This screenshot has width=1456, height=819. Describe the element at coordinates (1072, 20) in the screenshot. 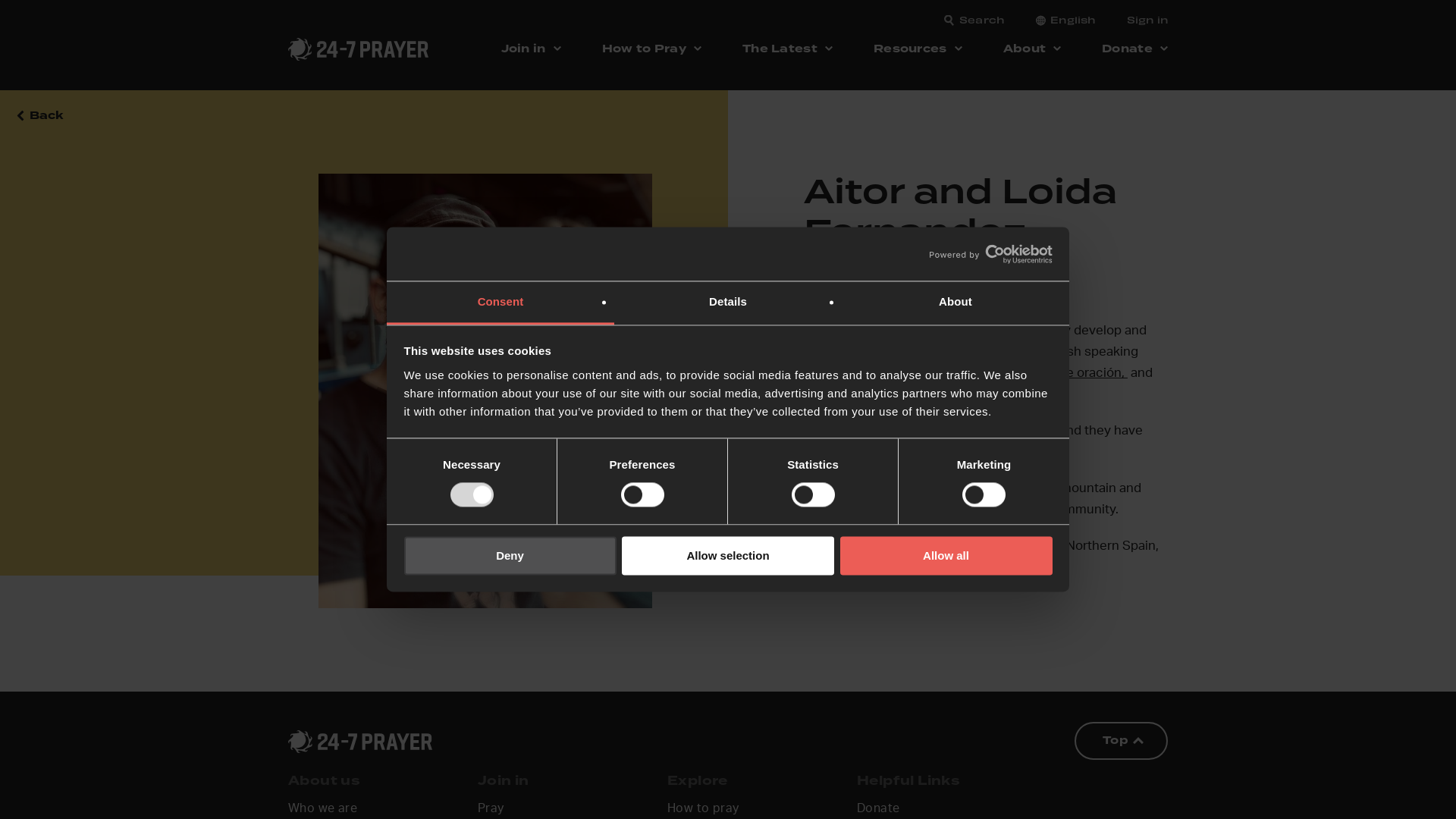

I see `'English'` at that location.